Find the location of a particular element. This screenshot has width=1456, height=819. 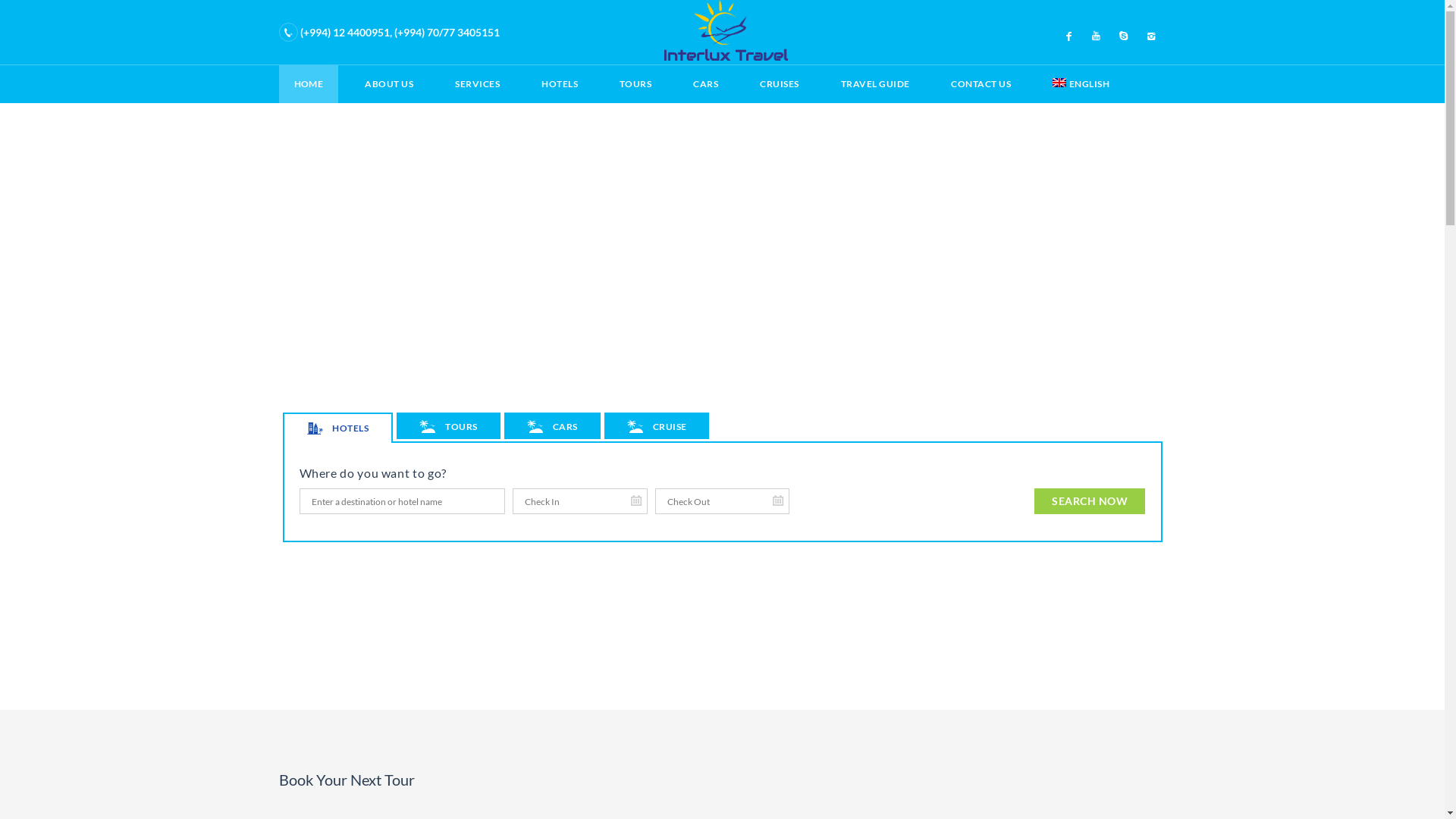

'CRUISES' is located at coordinates (779, 84).